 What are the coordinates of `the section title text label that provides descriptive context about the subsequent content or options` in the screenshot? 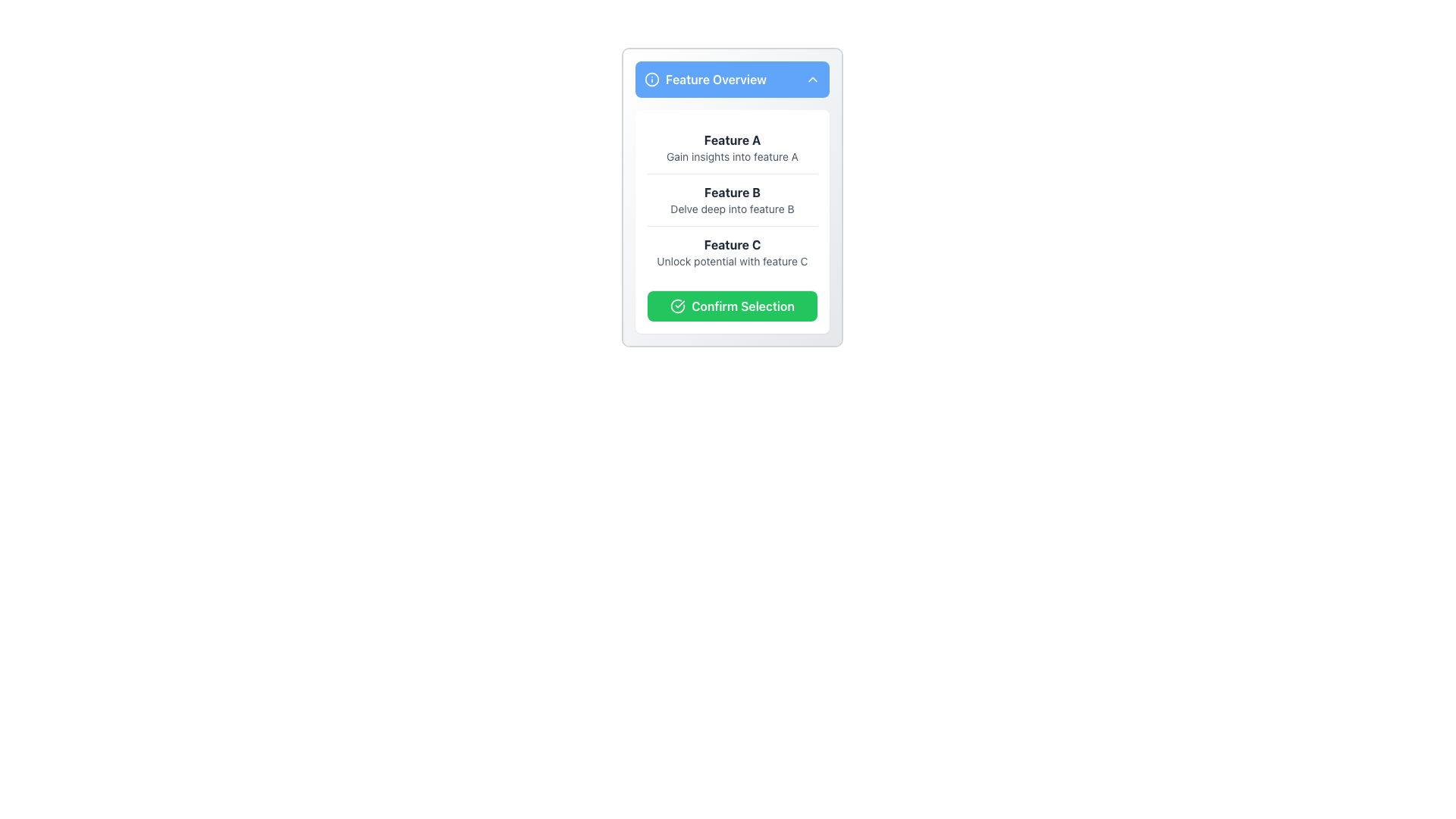 It's located at (715, 79).